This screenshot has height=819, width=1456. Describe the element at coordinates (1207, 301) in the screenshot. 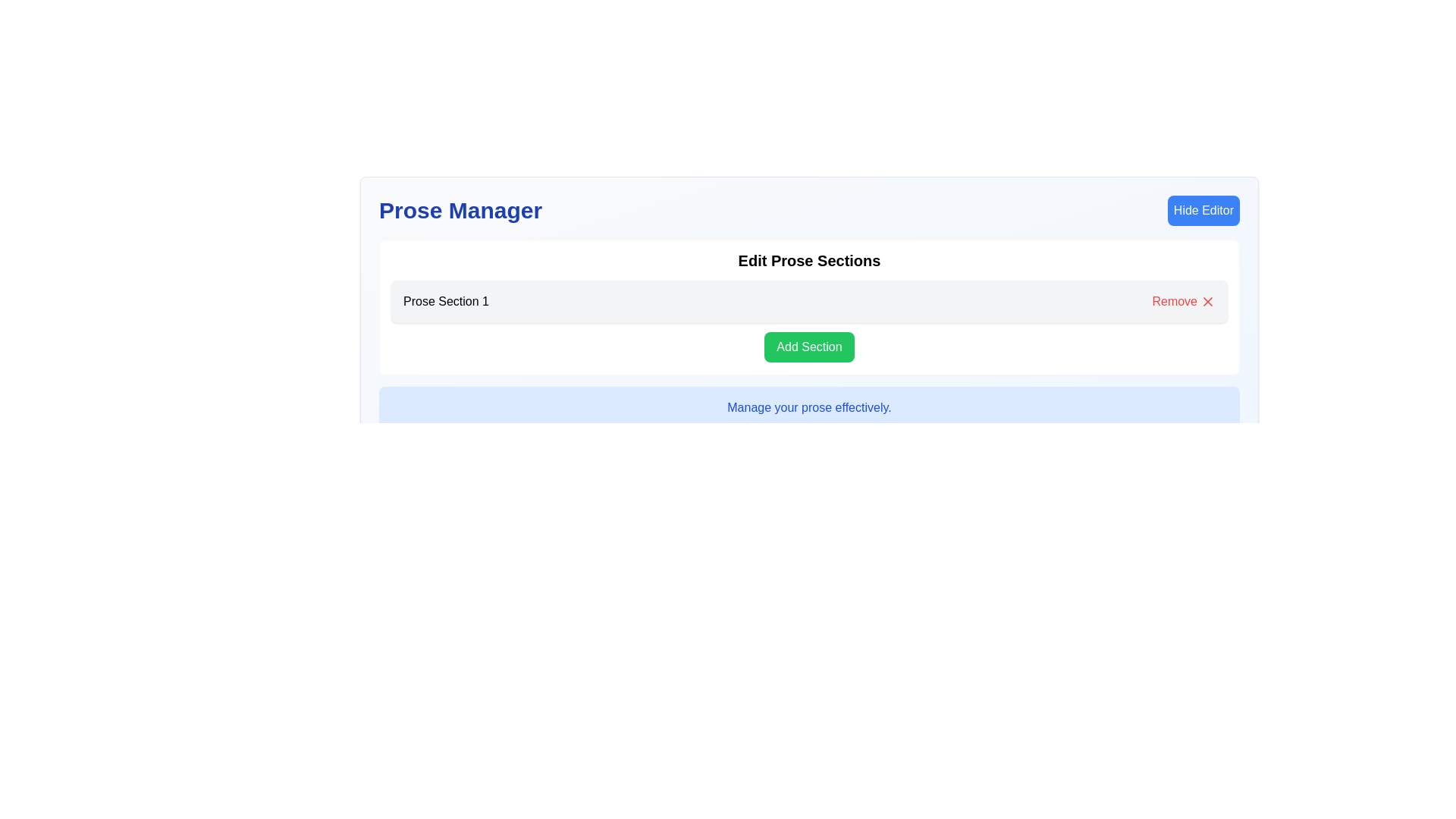

I see `the red 'X' icon located to the right of the 'Remove' text within the 'Remove' button` at that location.